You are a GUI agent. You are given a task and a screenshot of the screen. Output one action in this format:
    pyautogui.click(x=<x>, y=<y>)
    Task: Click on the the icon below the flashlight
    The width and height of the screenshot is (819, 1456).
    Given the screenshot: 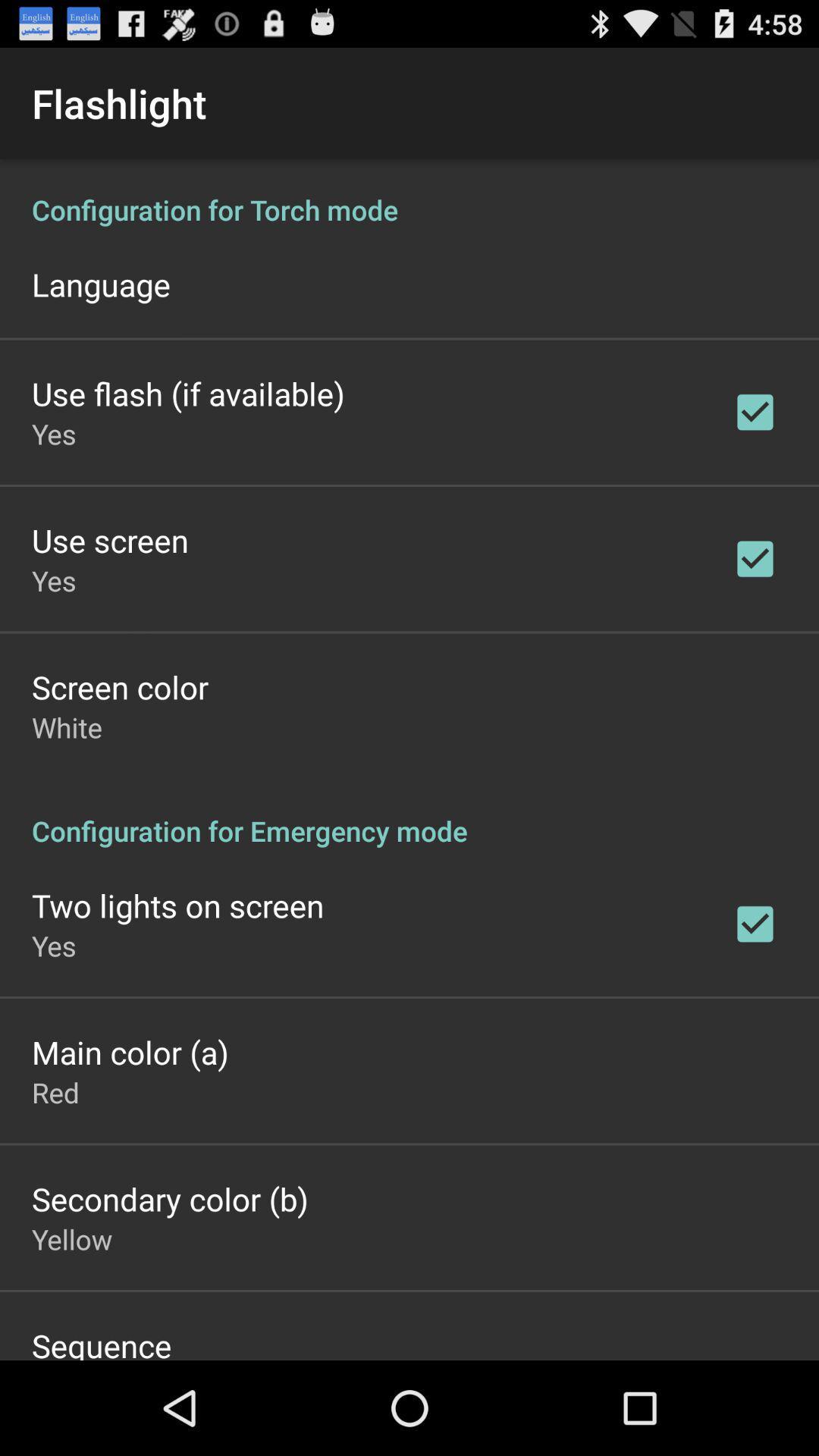 What is the action you would take?
    pyautogui.click(x=409, y=760)
    